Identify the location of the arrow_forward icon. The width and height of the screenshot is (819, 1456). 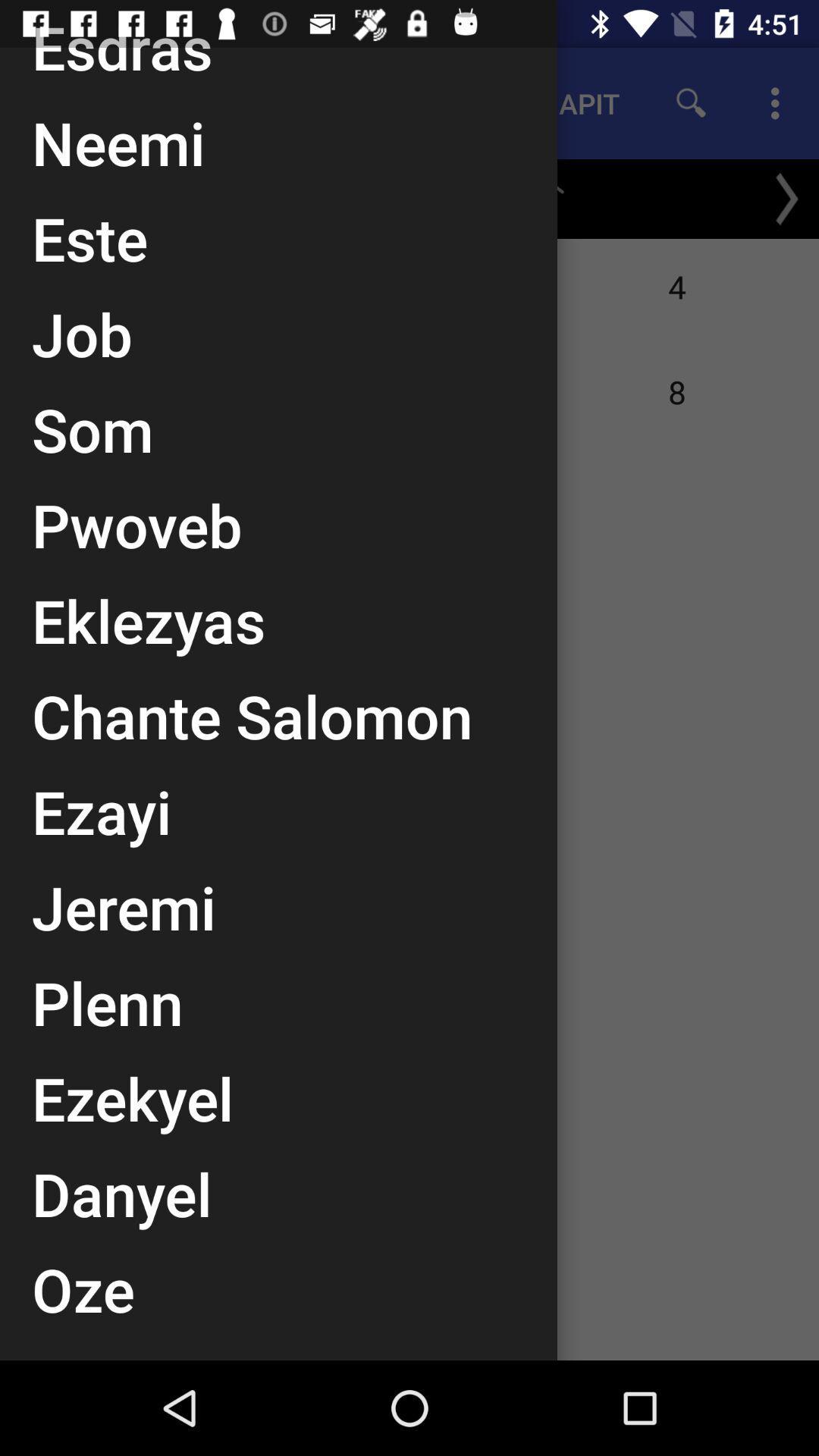
(786, 198).